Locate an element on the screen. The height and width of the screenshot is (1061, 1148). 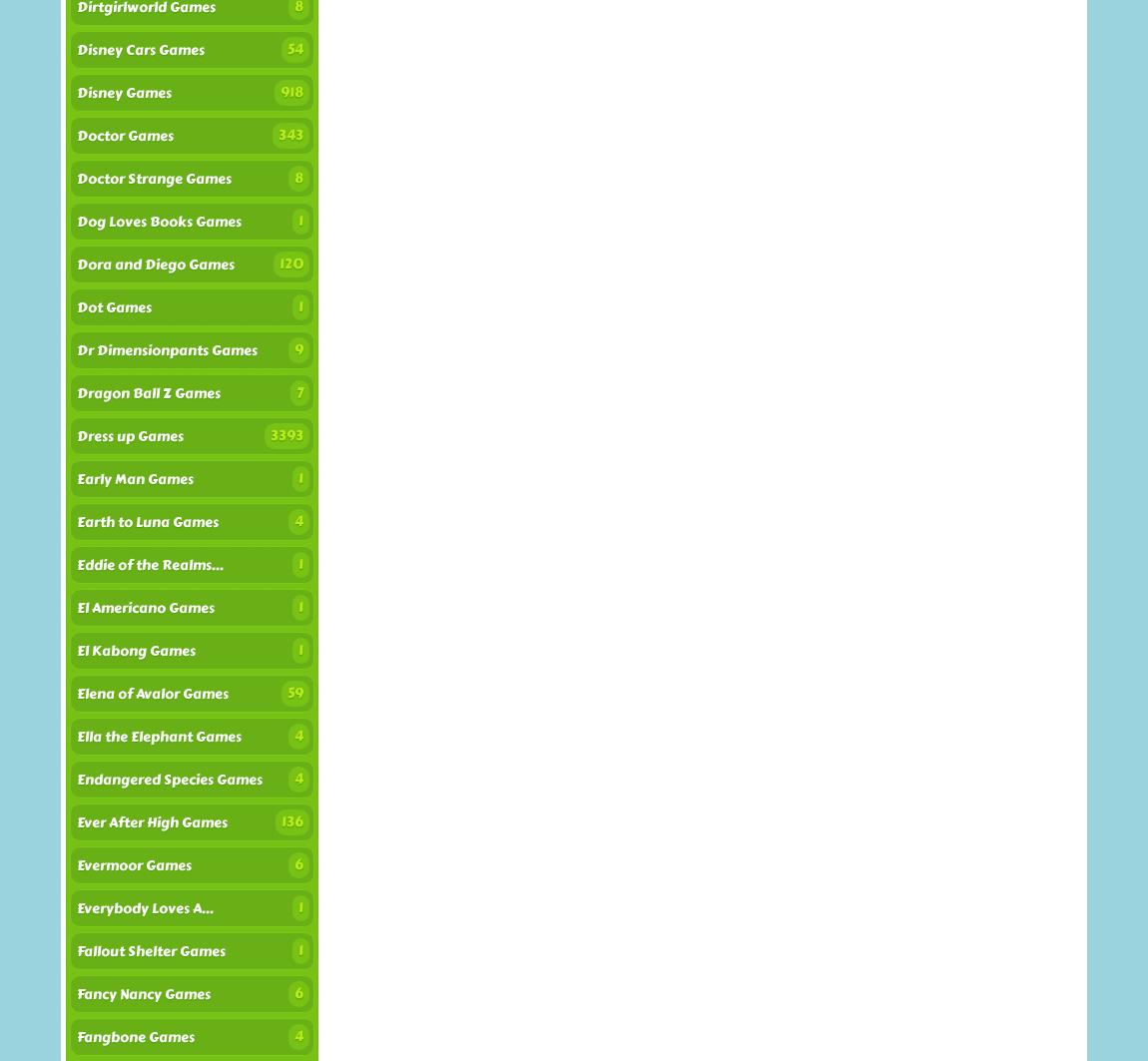
'Dora and Diego Games' is located at coordinates (155, 265).